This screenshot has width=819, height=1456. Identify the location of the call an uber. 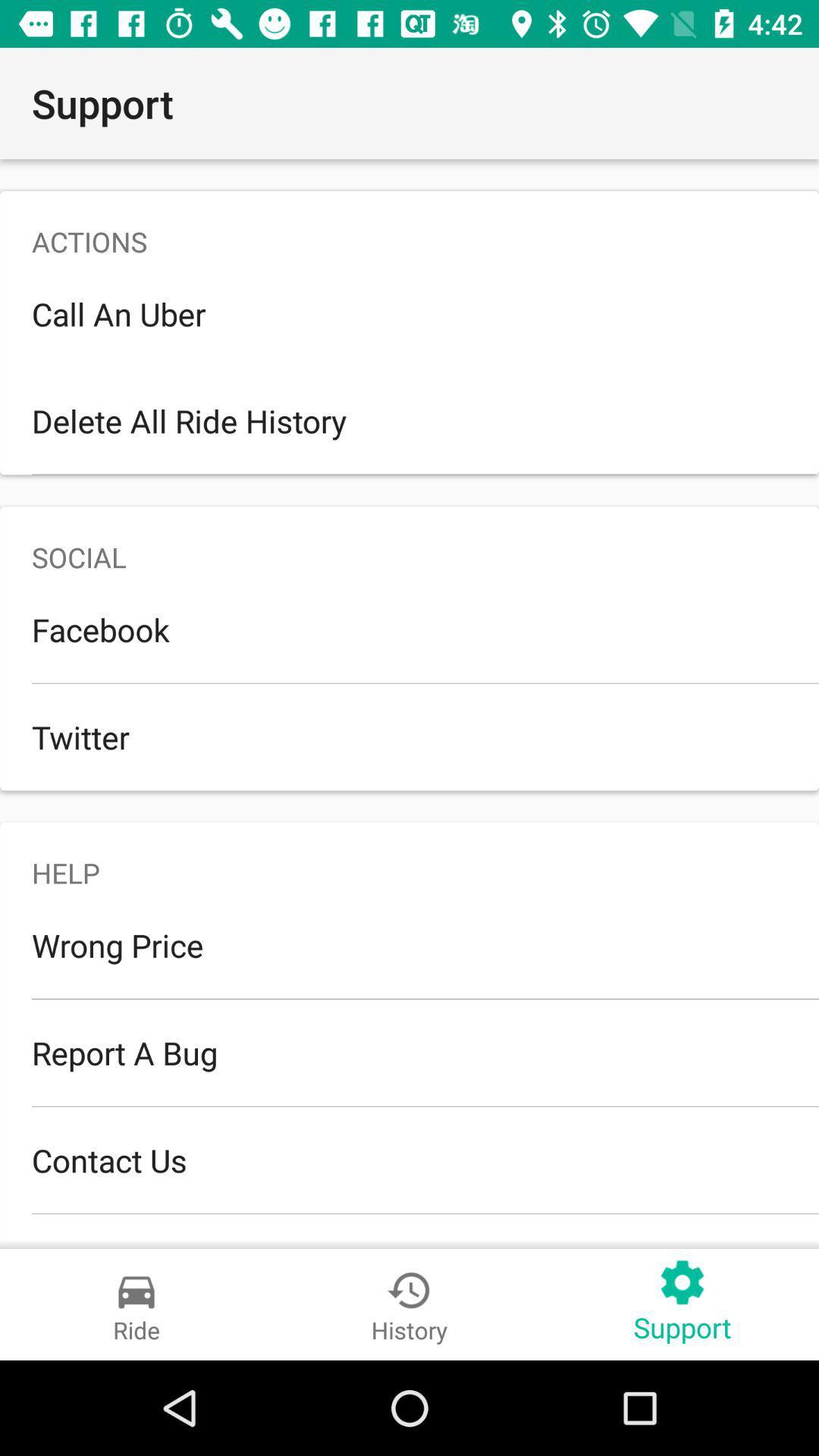
(409, 312).